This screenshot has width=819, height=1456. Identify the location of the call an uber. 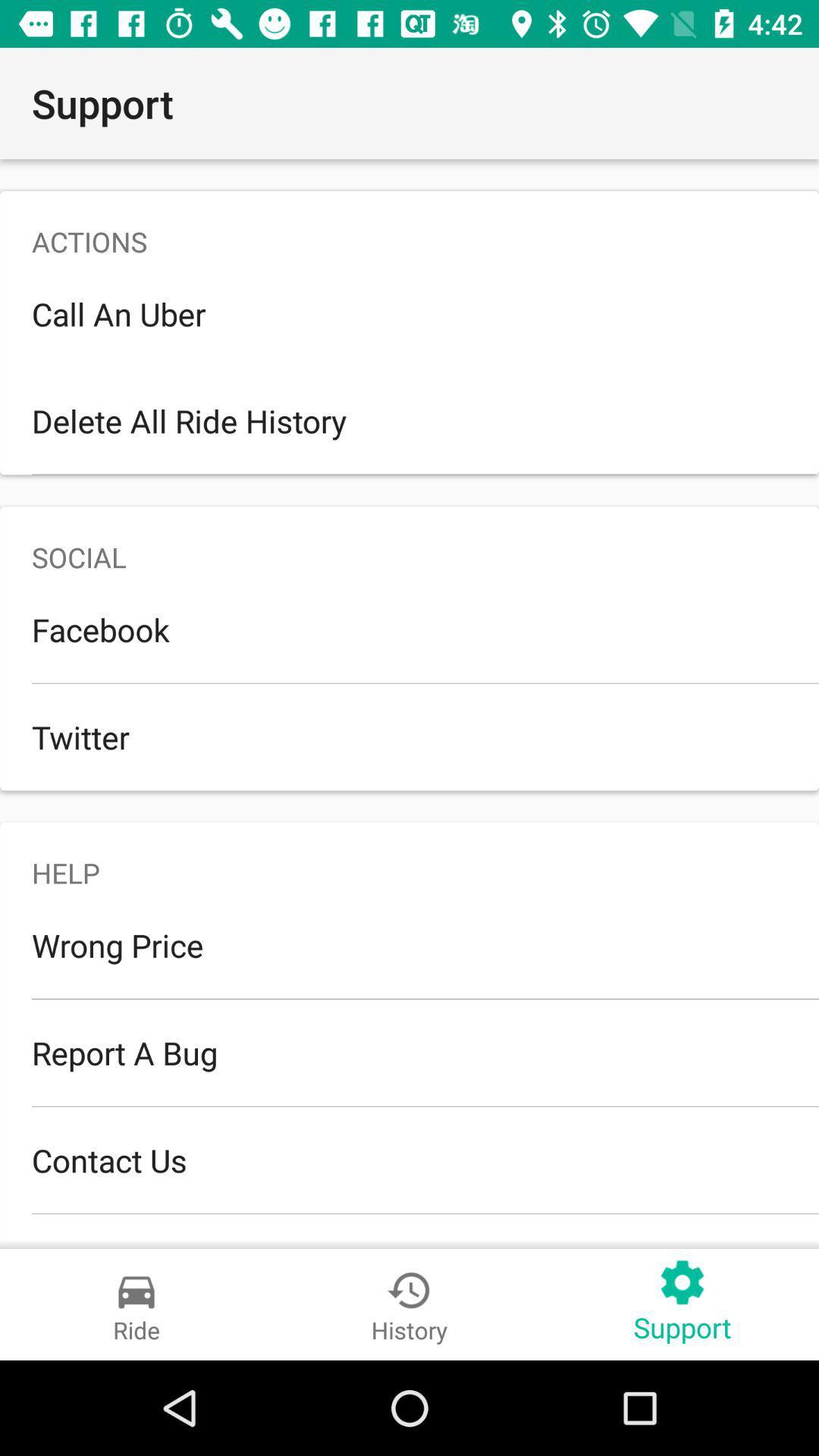
(409, 312).